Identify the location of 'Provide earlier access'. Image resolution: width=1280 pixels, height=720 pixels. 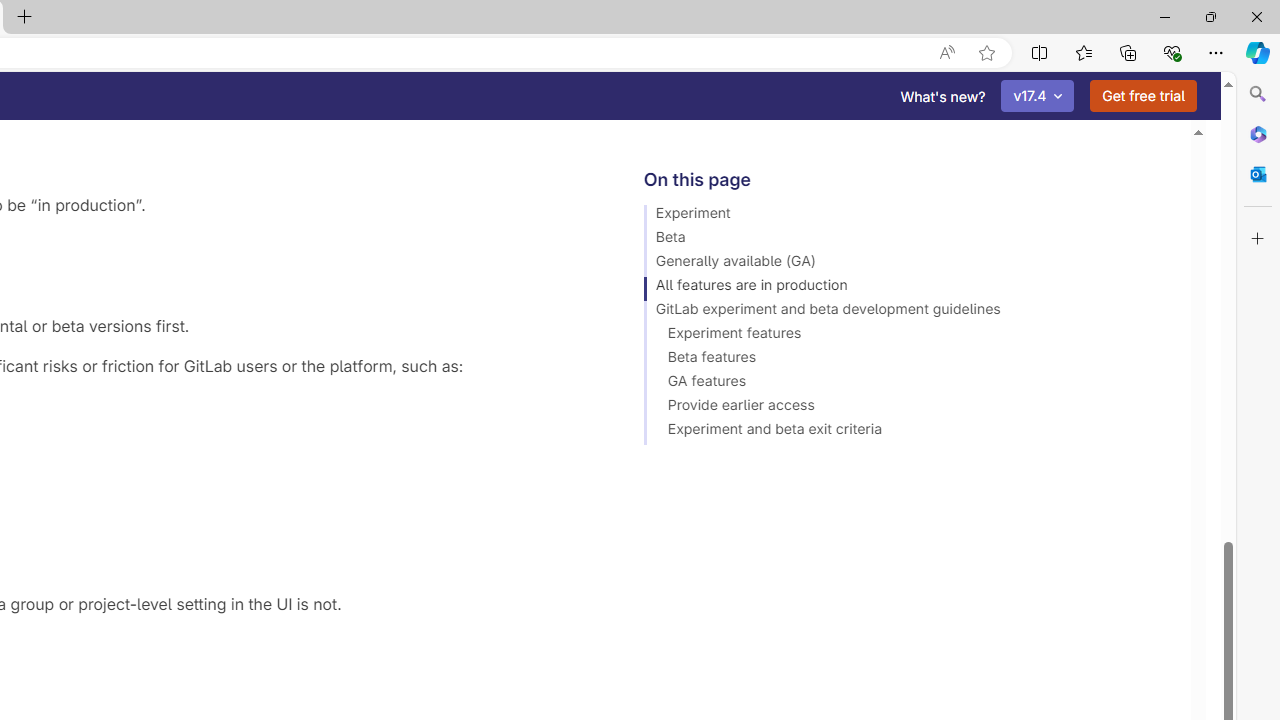
(907, 407).